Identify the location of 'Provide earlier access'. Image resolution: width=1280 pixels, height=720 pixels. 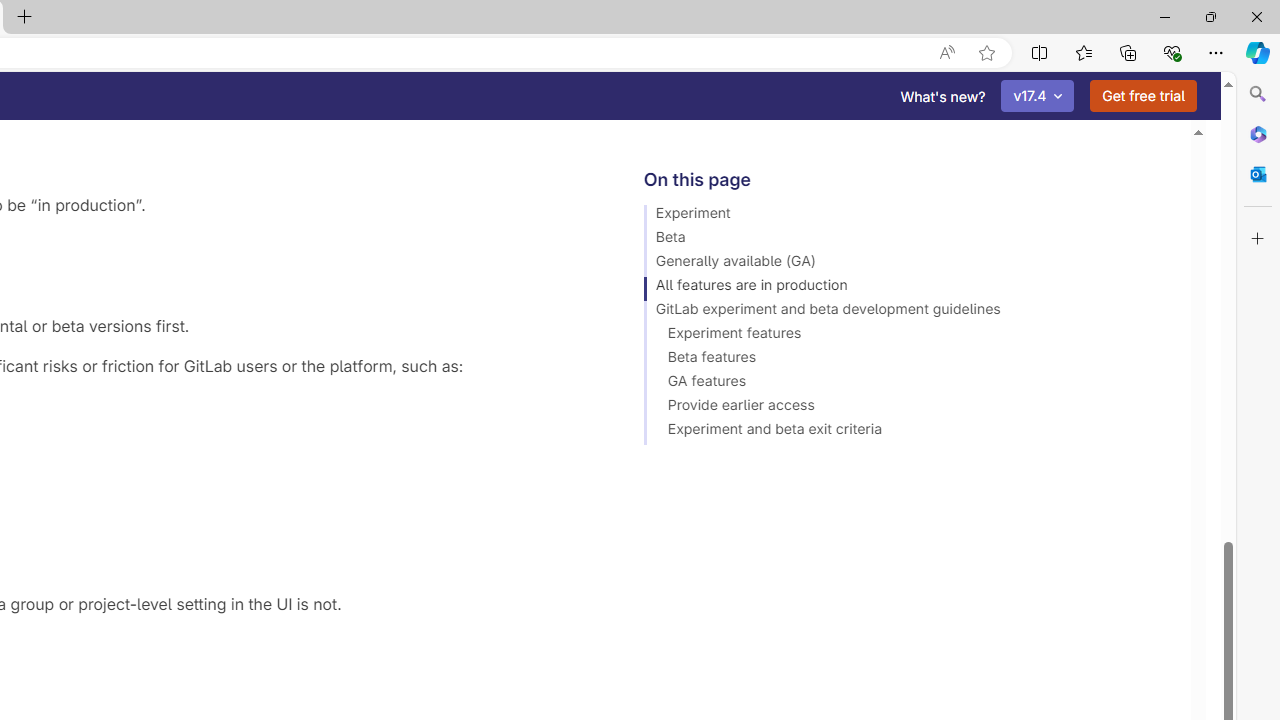
(907, 407).